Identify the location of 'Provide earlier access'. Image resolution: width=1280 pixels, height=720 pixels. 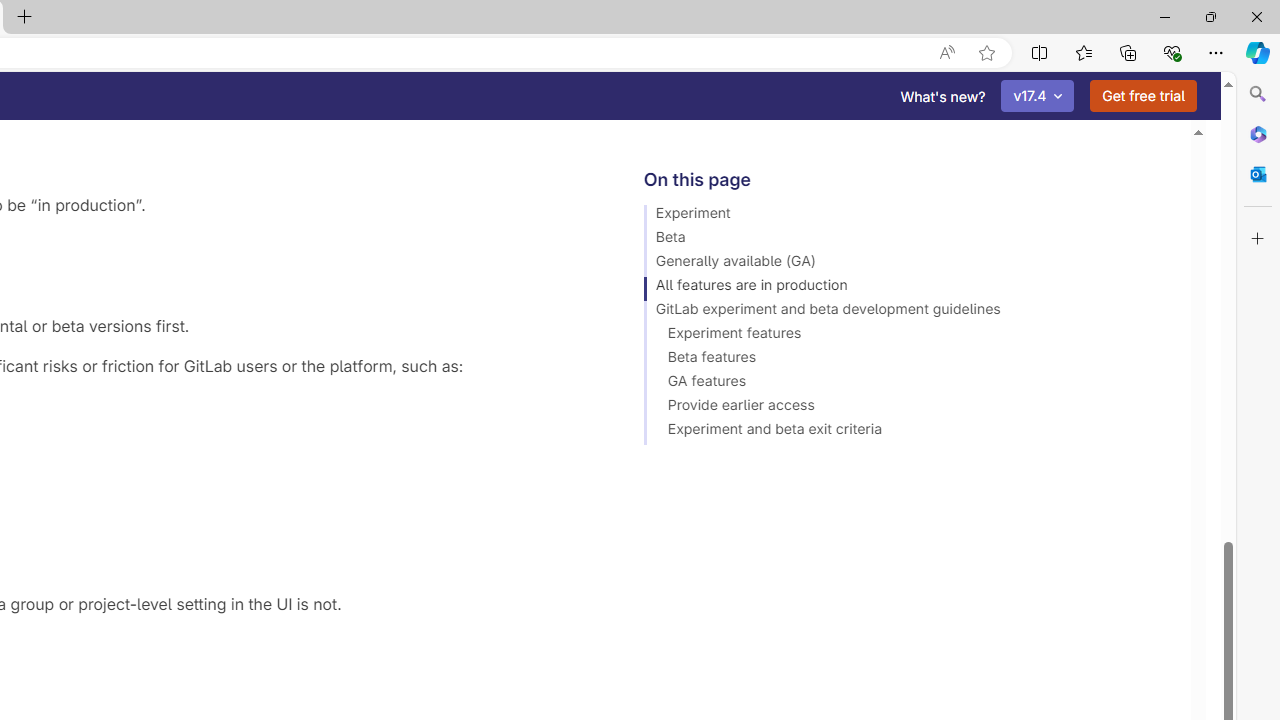
(907, 407).